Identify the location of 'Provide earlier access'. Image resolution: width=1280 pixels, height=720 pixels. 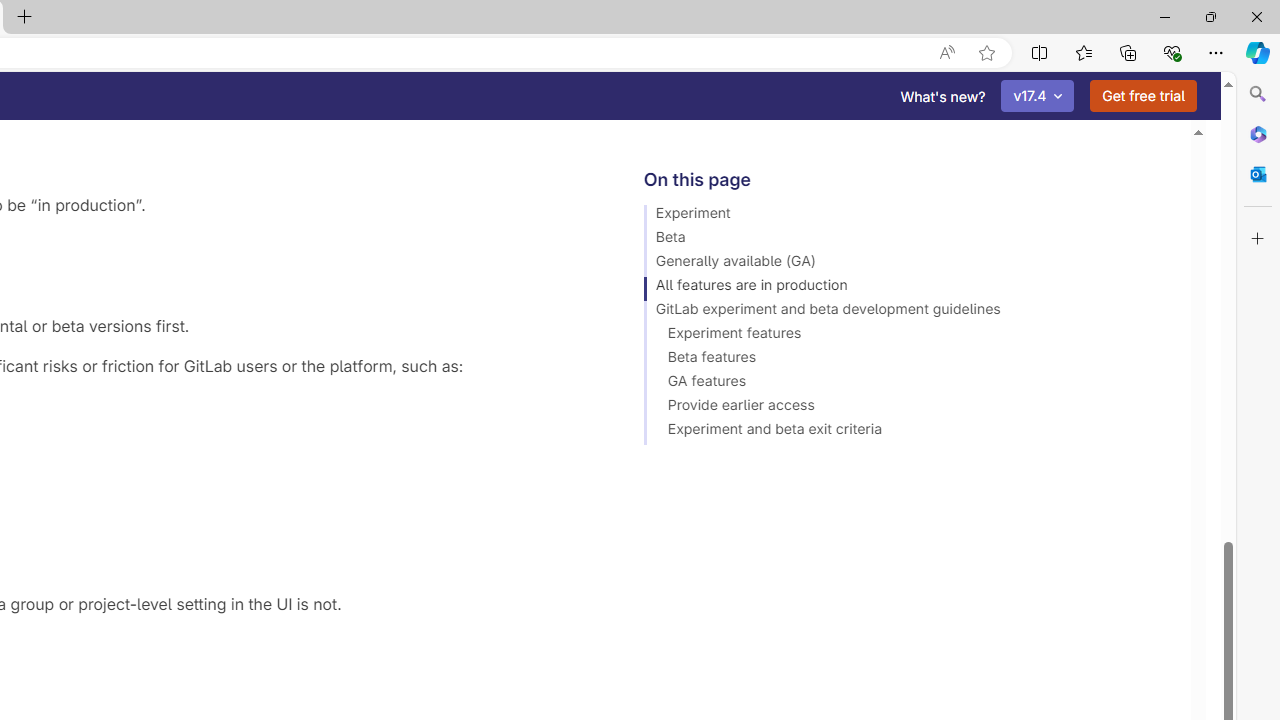
(907, 407).